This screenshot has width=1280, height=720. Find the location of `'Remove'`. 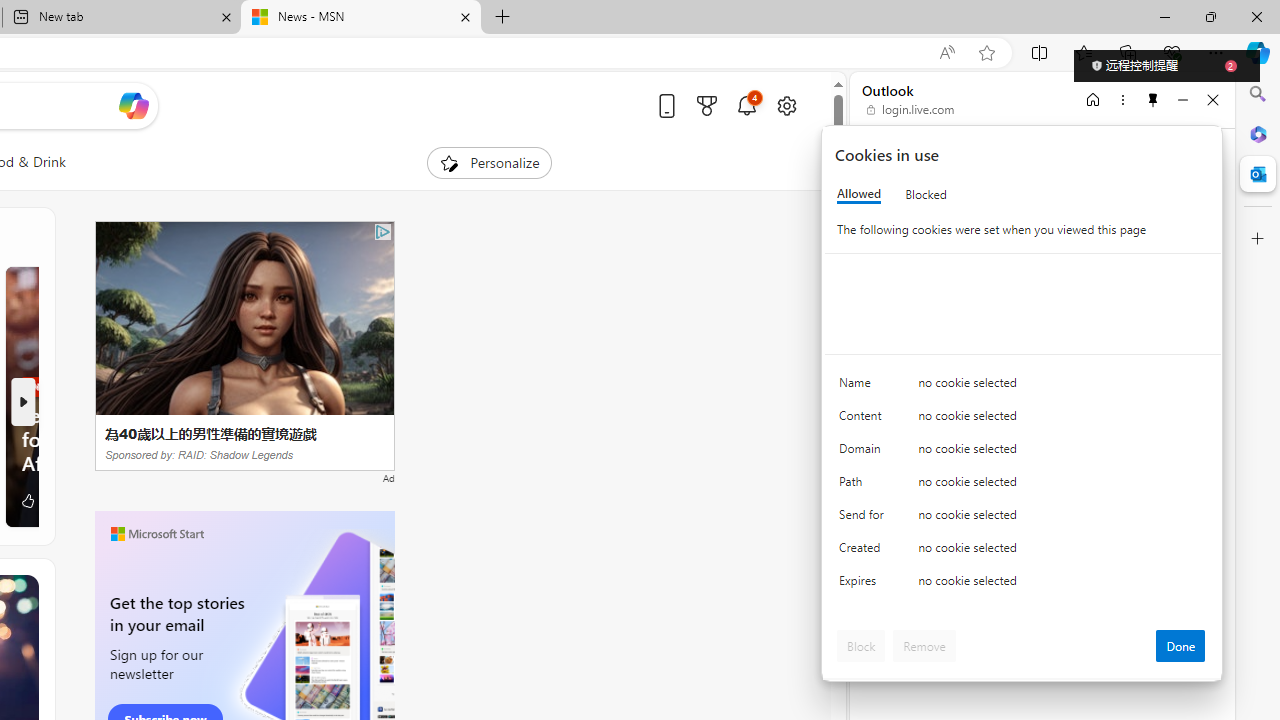

'Remove' is located at coordinates (923, 645).